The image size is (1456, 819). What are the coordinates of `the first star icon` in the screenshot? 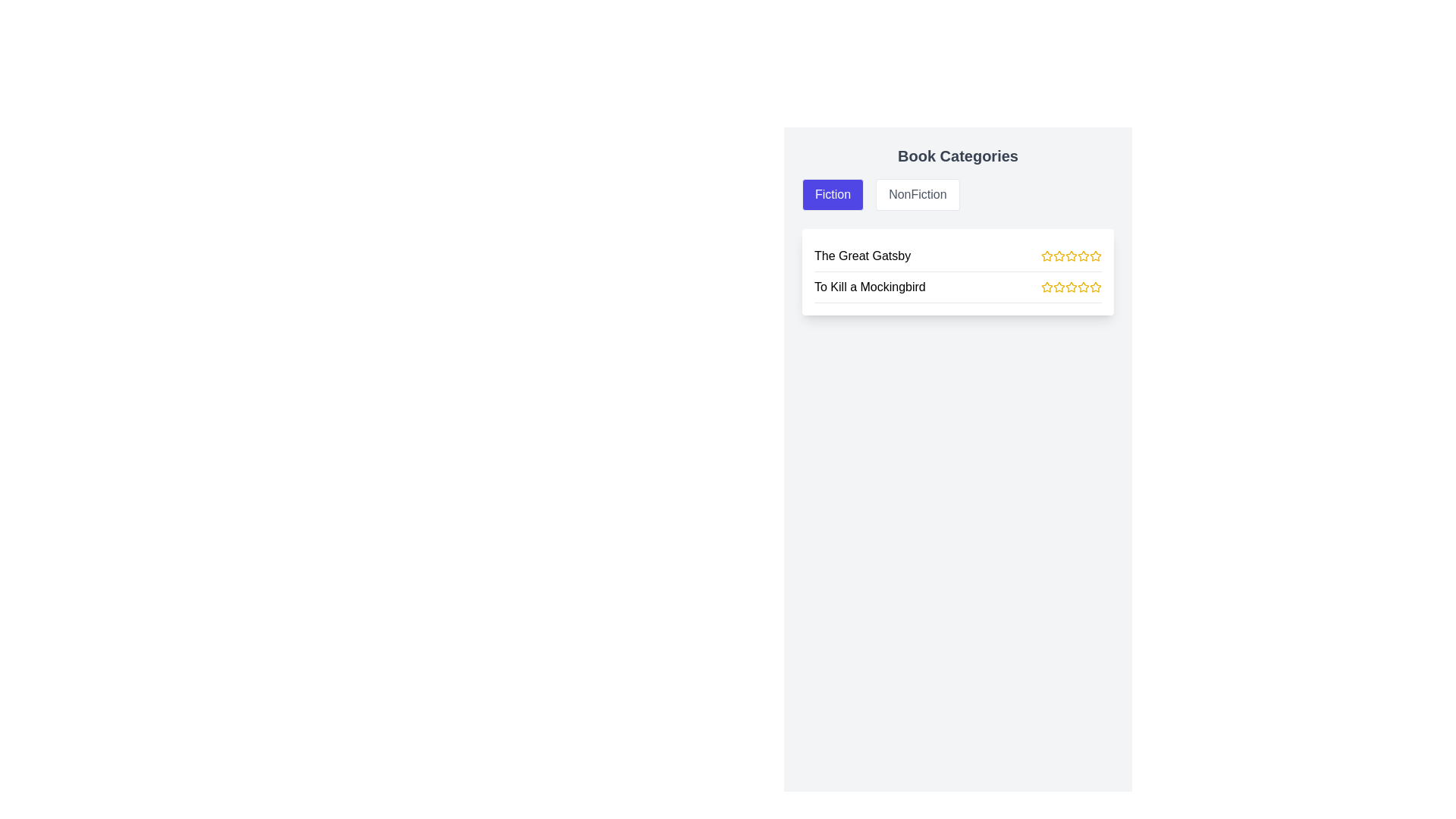 It's located at (1058, 254).